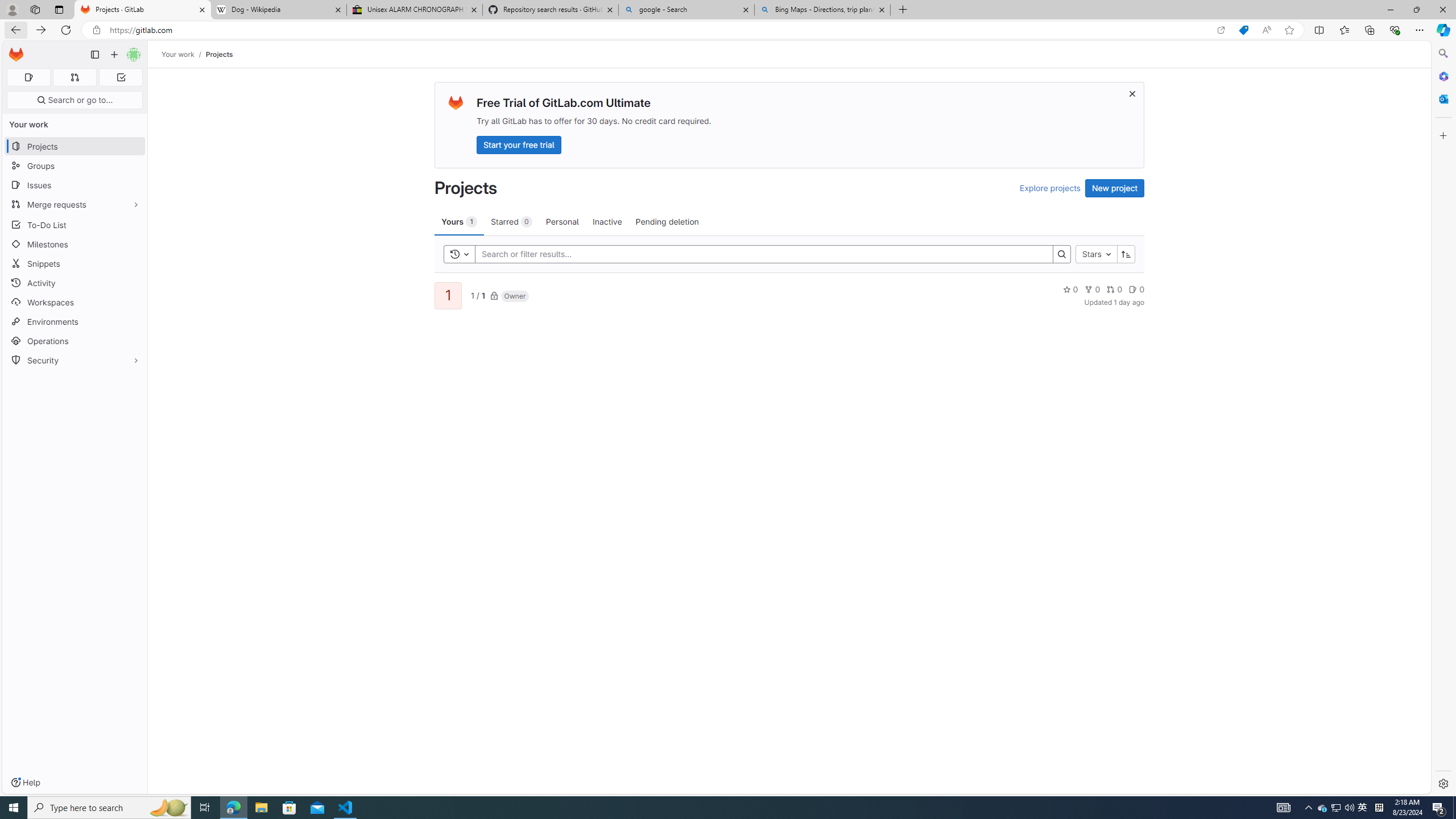  Describe the element at coordinates (74, 243) in the screenshot. I see `'Milestones'` at that location.